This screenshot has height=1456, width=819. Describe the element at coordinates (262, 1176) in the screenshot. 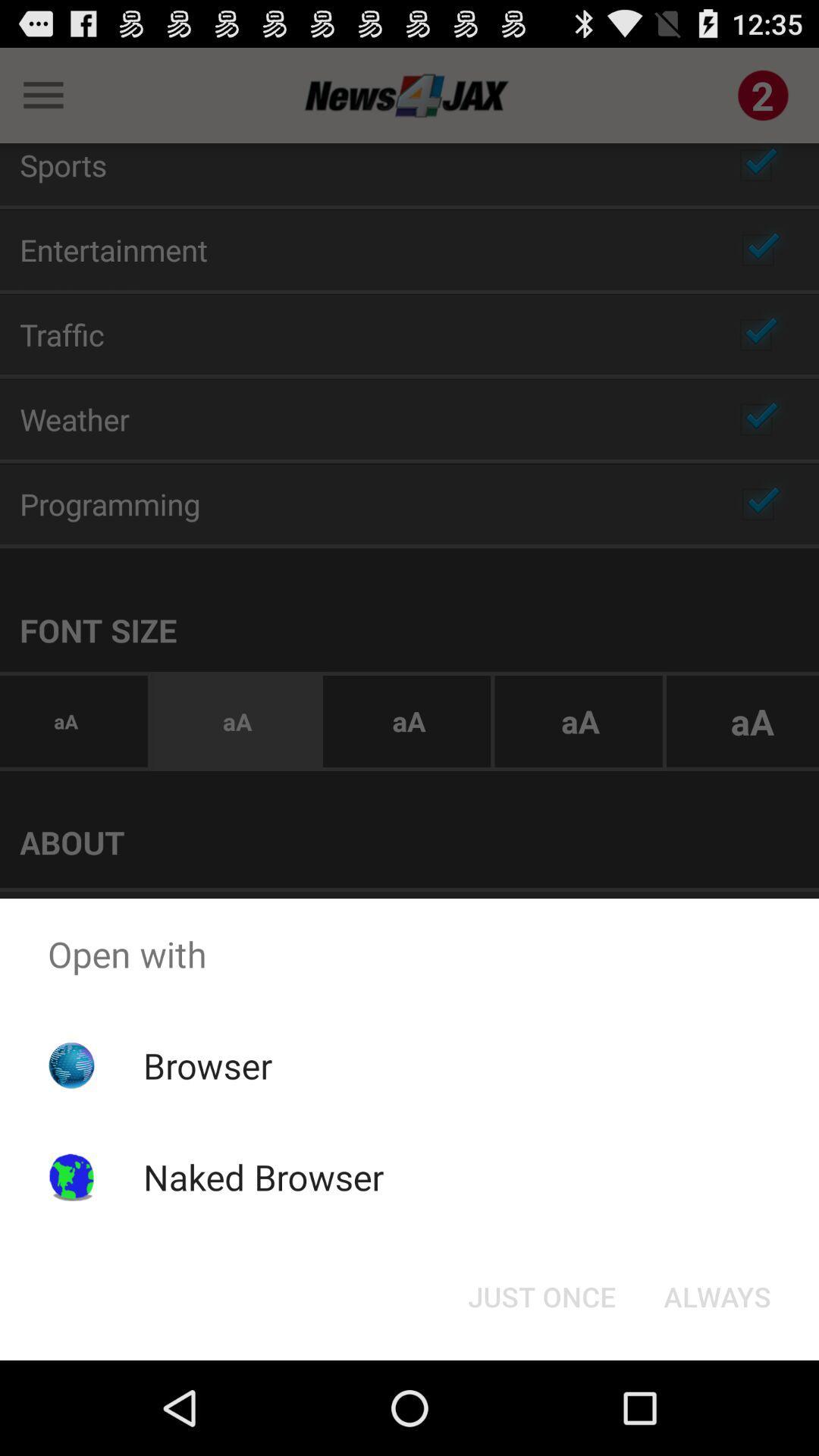

I see `item below browser app` at that location.